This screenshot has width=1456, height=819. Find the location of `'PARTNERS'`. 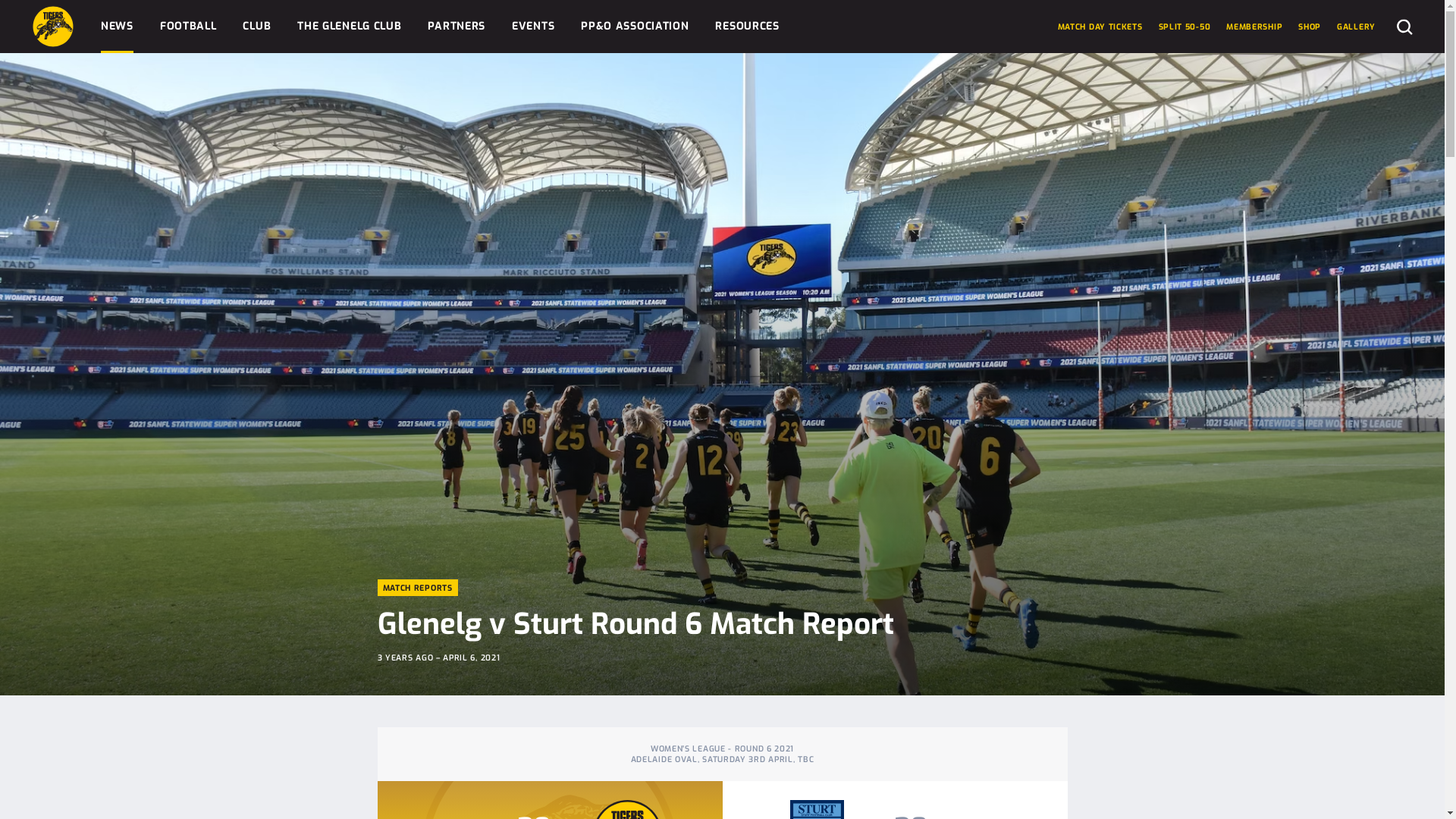

'PARTNERS' is located at coordinates (455, 26).